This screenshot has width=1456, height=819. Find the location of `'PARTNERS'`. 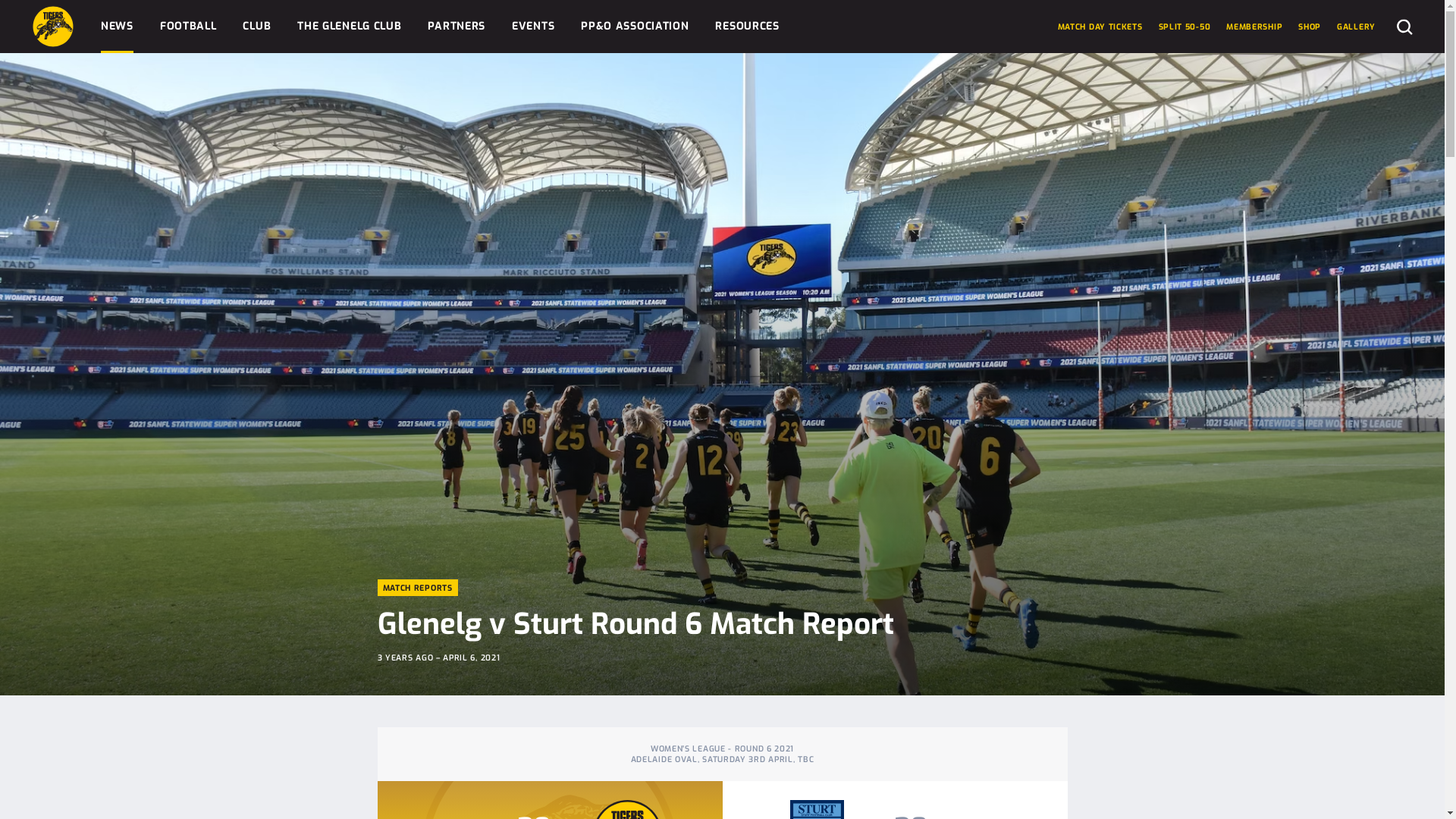

'PARTNERS' is located at coordinates (455, 26).